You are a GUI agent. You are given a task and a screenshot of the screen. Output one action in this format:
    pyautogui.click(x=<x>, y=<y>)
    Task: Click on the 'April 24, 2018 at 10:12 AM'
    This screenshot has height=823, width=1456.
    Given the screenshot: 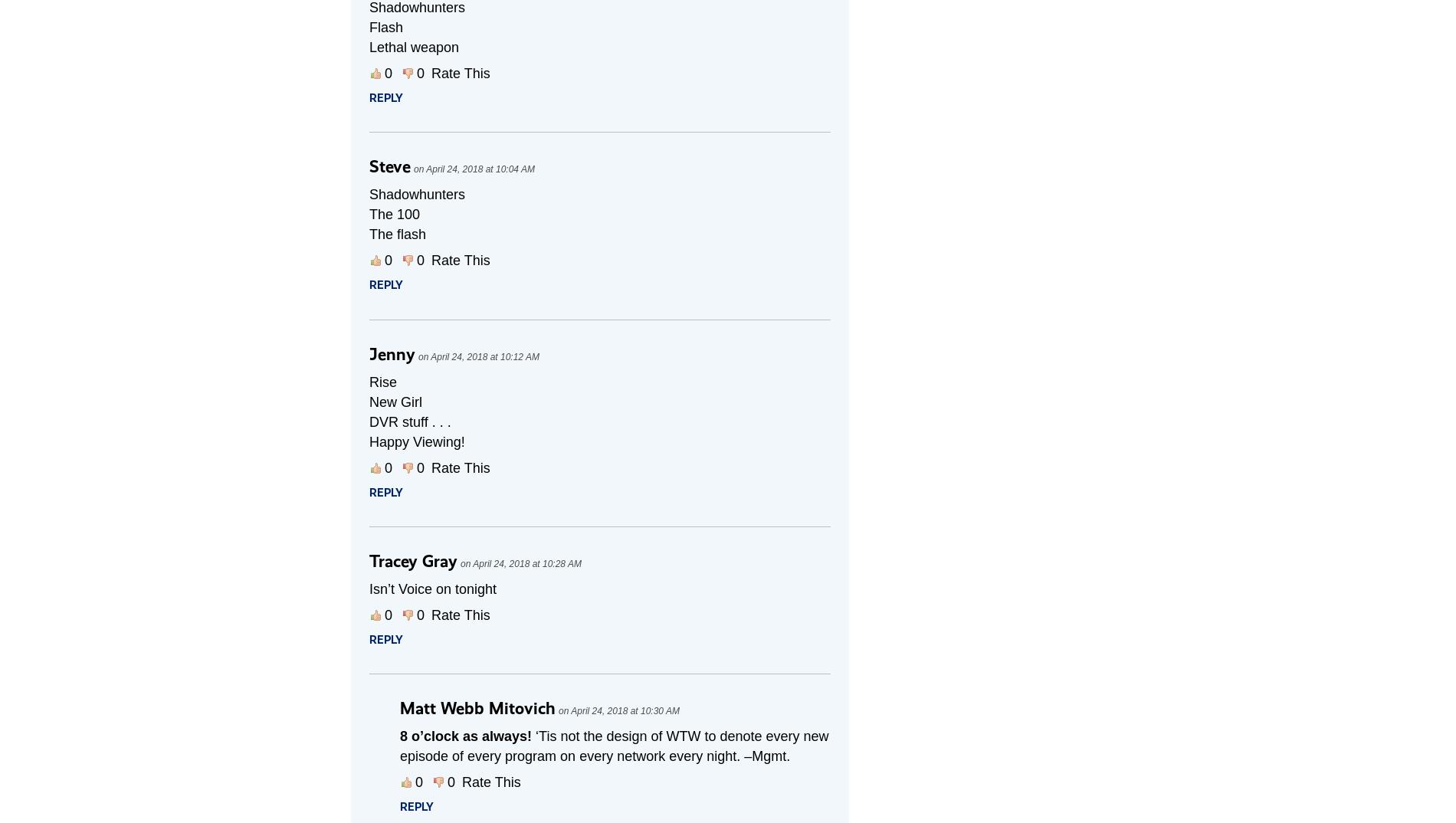 What is the action you would take?
    pyautogui.click(x=484, y=356)
    